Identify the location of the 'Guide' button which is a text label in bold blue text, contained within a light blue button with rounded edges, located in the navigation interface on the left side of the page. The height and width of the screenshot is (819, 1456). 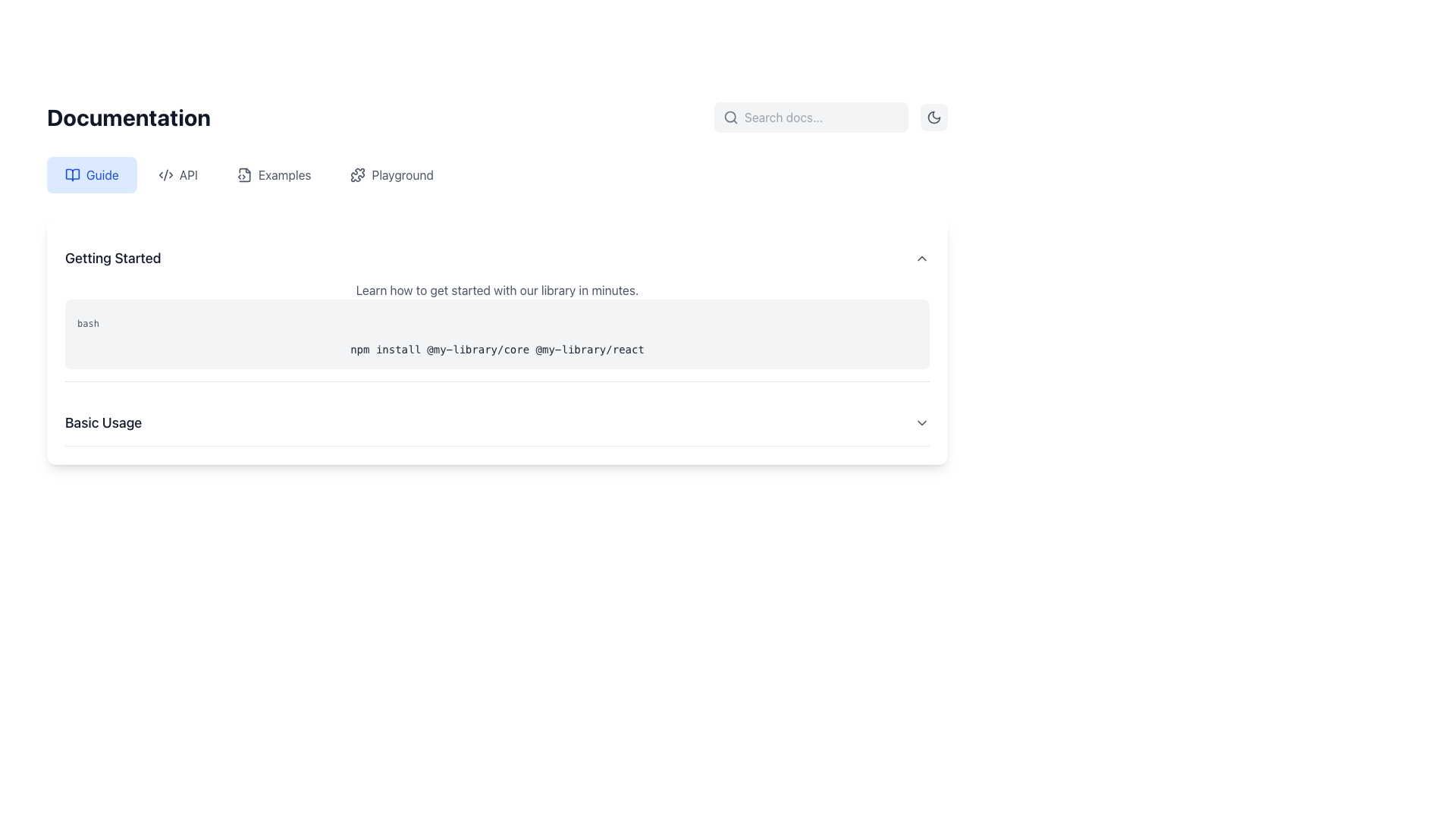
(102, 174).